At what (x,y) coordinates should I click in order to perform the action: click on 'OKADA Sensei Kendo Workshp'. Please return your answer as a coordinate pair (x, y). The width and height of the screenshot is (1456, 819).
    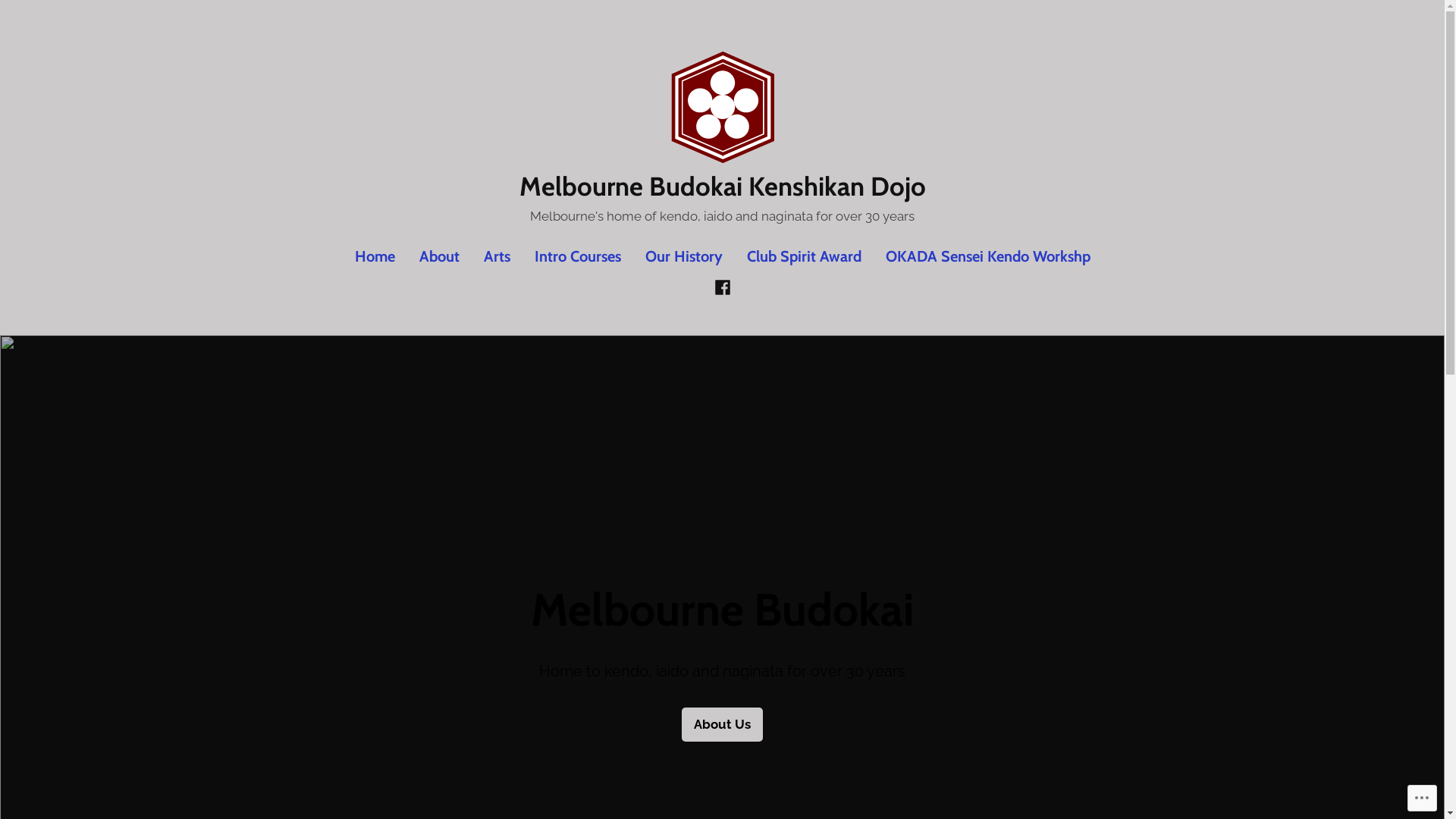
    Looking at the image, I should click on (982, 255).